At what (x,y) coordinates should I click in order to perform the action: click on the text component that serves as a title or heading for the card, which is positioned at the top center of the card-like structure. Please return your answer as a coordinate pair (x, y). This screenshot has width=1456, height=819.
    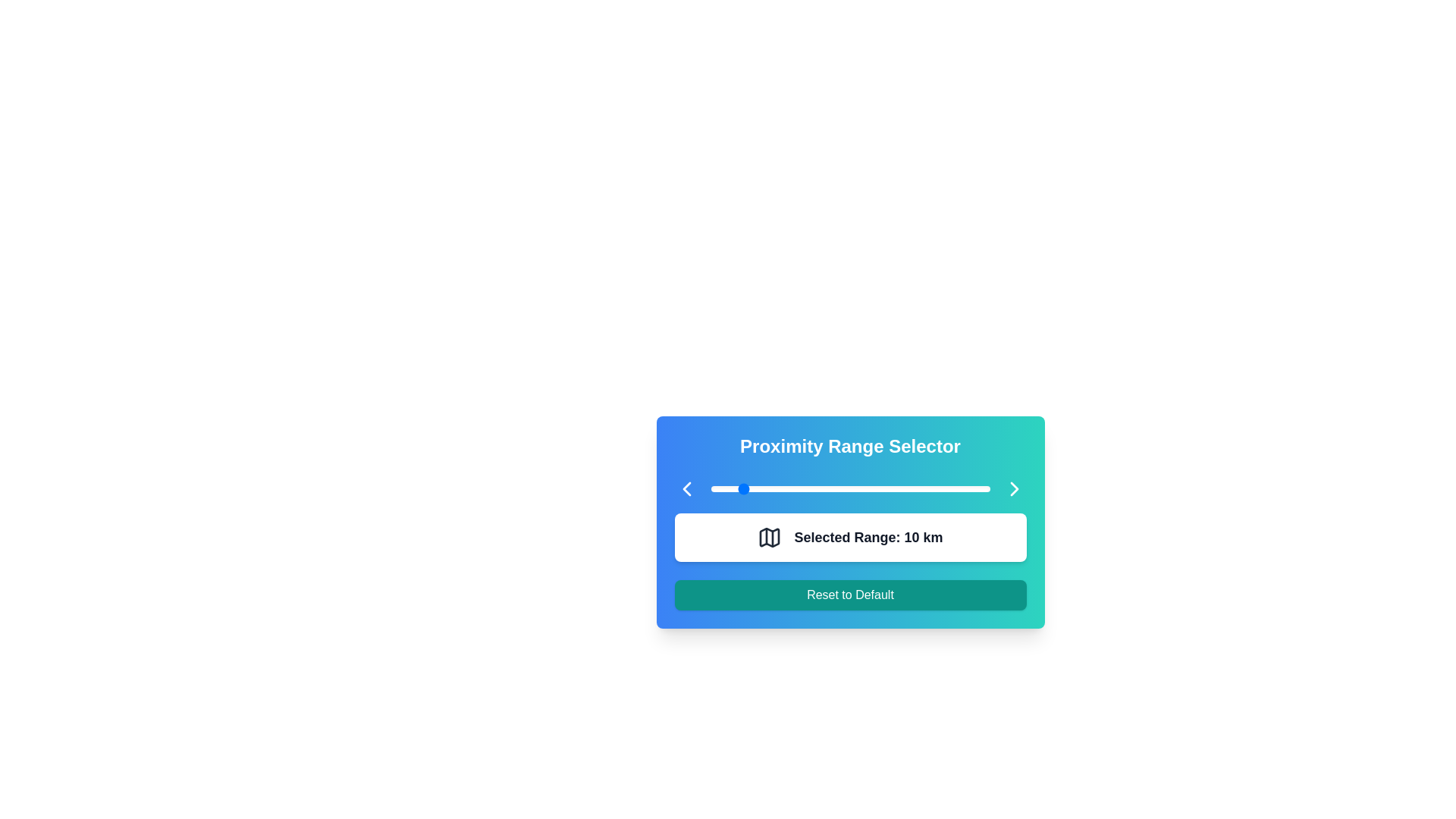
    Looking at the image, I should click on (850, 446).